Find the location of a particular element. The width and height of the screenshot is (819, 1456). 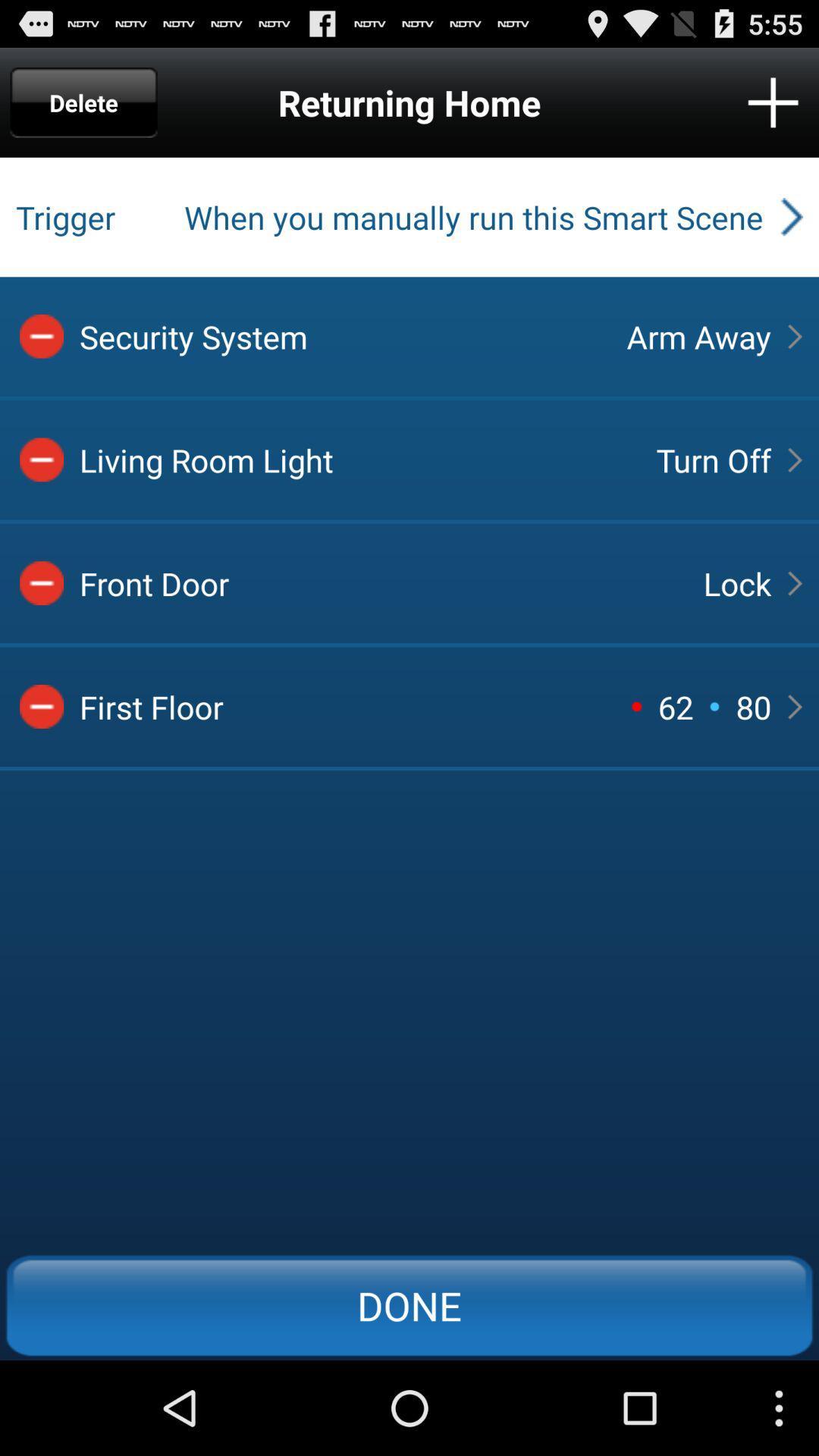

remove trigger is located at coordinates (41, 582).